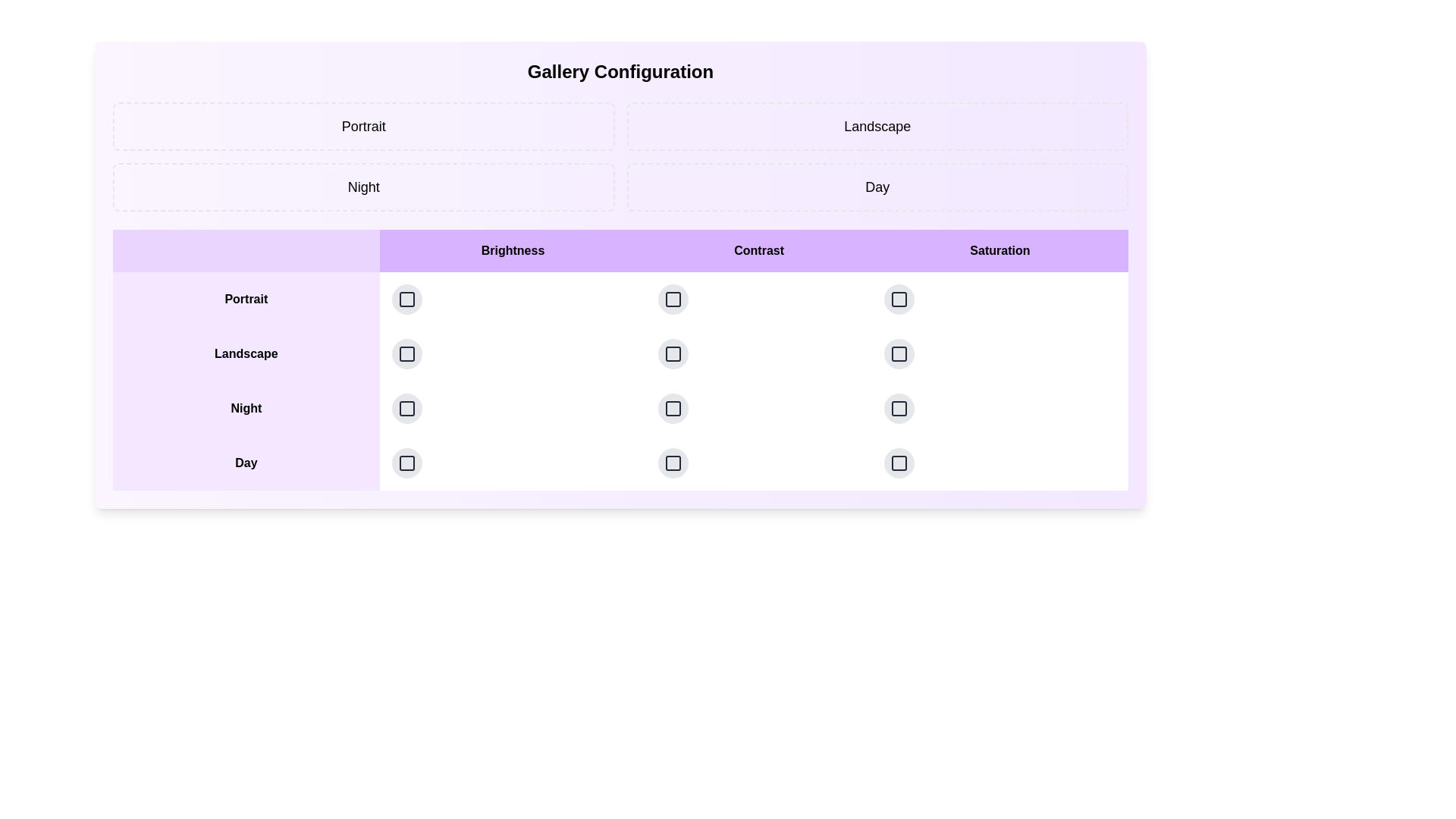 The height and width of the screenshot is (819, 1456). I want to click on the square-shaped gray icon with a thick border located in the bottom-right cell of the 'Saturation' column and 'Day' row, so click(899, 462).